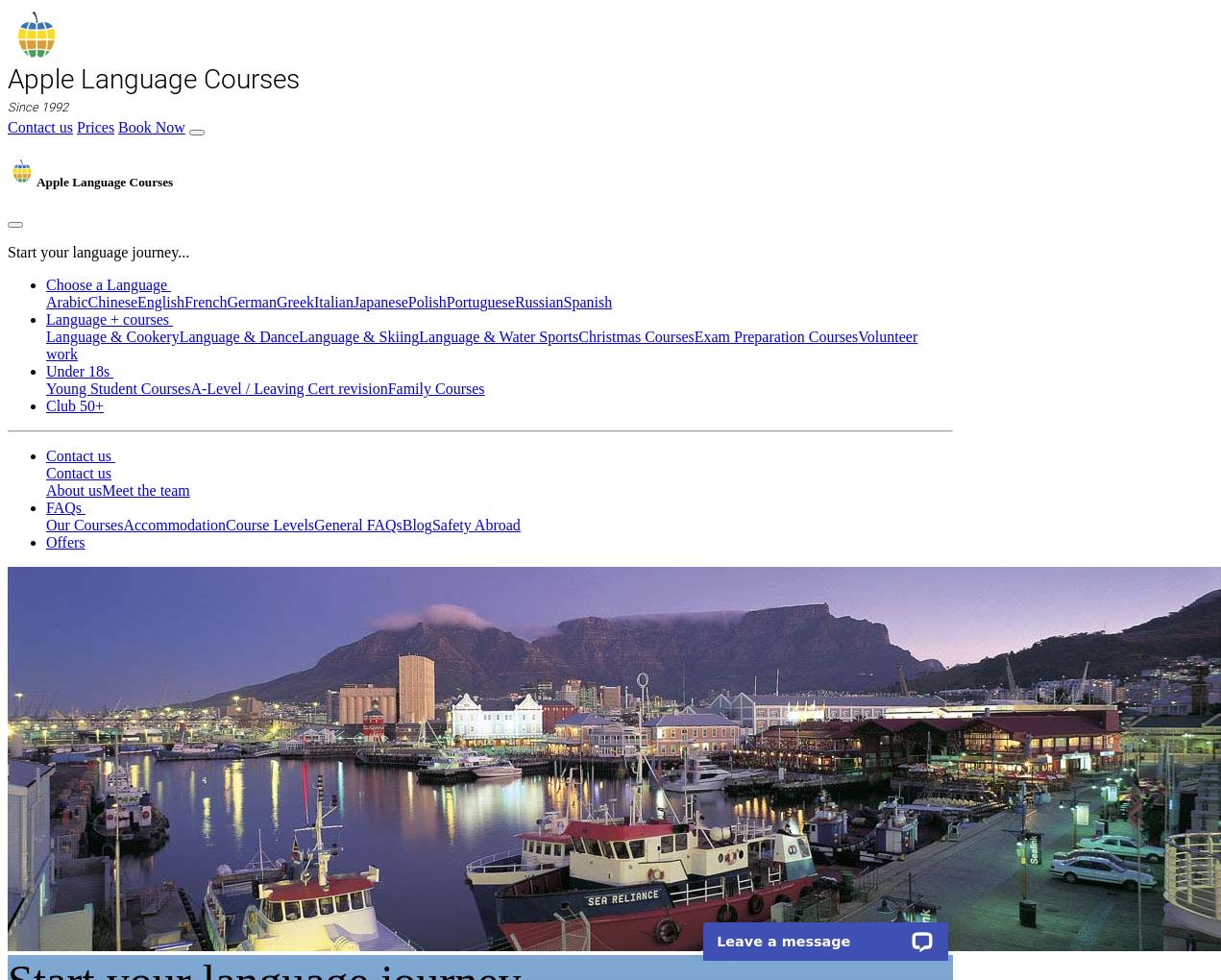 This screenshot has width=1221, height=980. Describe the element at coordinates (150, 127) in the screenshot. I see `'Book Now'` at that location.